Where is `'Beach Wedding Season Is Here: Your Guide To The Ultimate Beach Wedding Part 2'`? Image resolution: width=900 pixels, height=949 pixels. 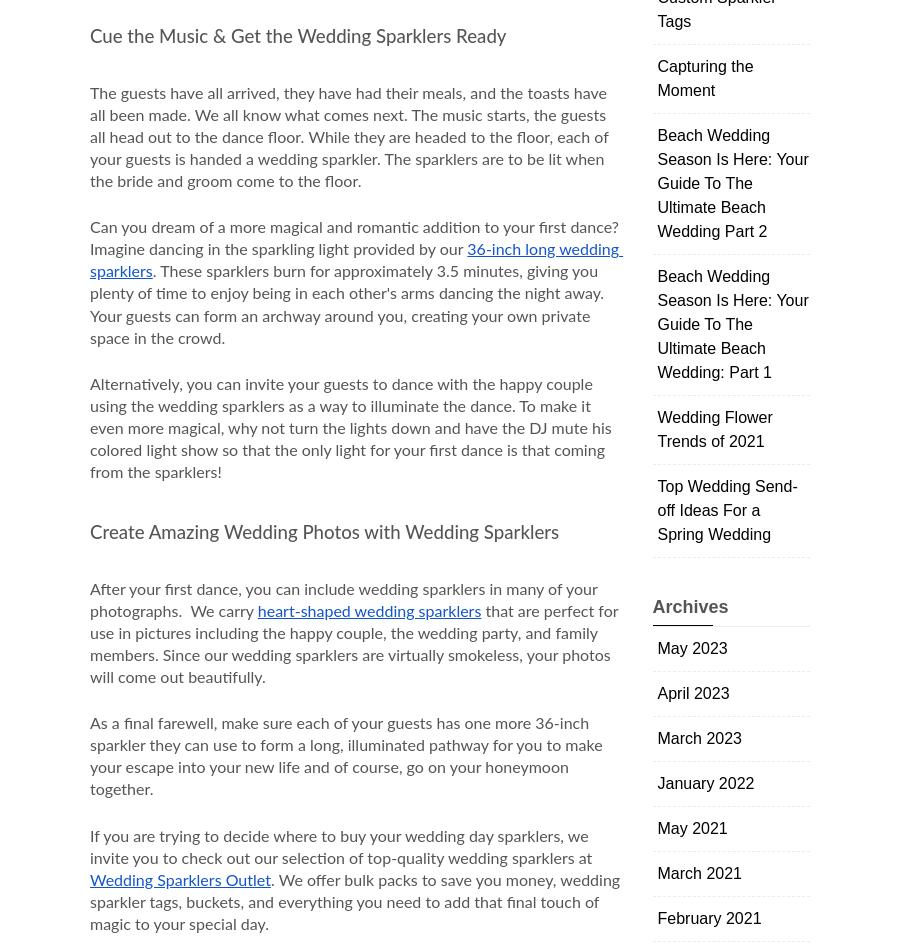 'Beach Wedding Season Is Here: Your Guide To The Ultimate Beach Wedding Part 2' is located at coordinates (657, 182).